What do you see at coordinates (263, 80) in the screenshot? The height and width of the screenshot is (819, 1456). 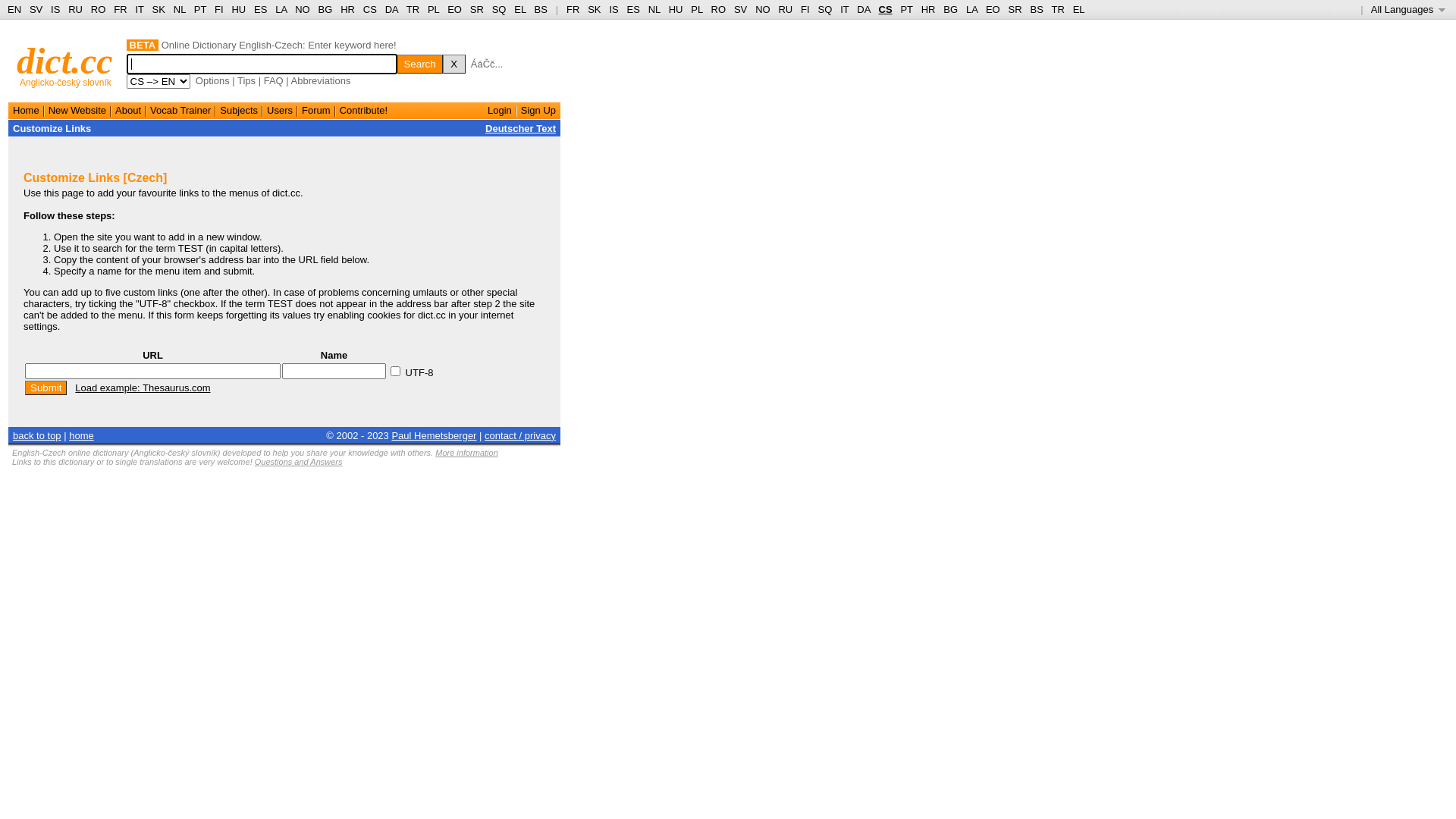 I see `'FAQ'` at bounding box center [263, 80].